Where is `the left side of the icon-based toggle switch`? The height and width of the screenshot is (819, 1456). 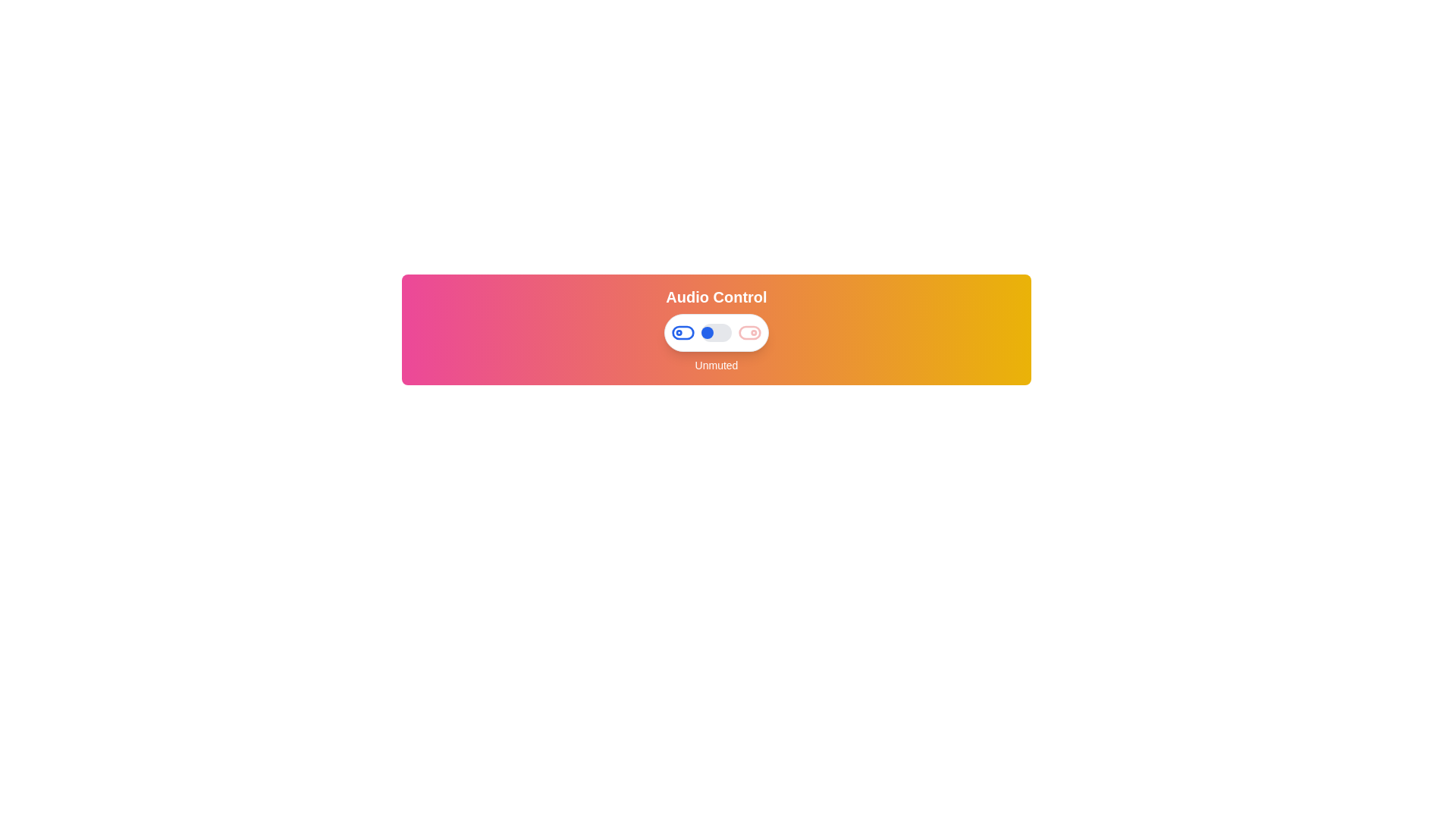 the left side of the icon-based toggle switch is located at coordinates (682, 332).